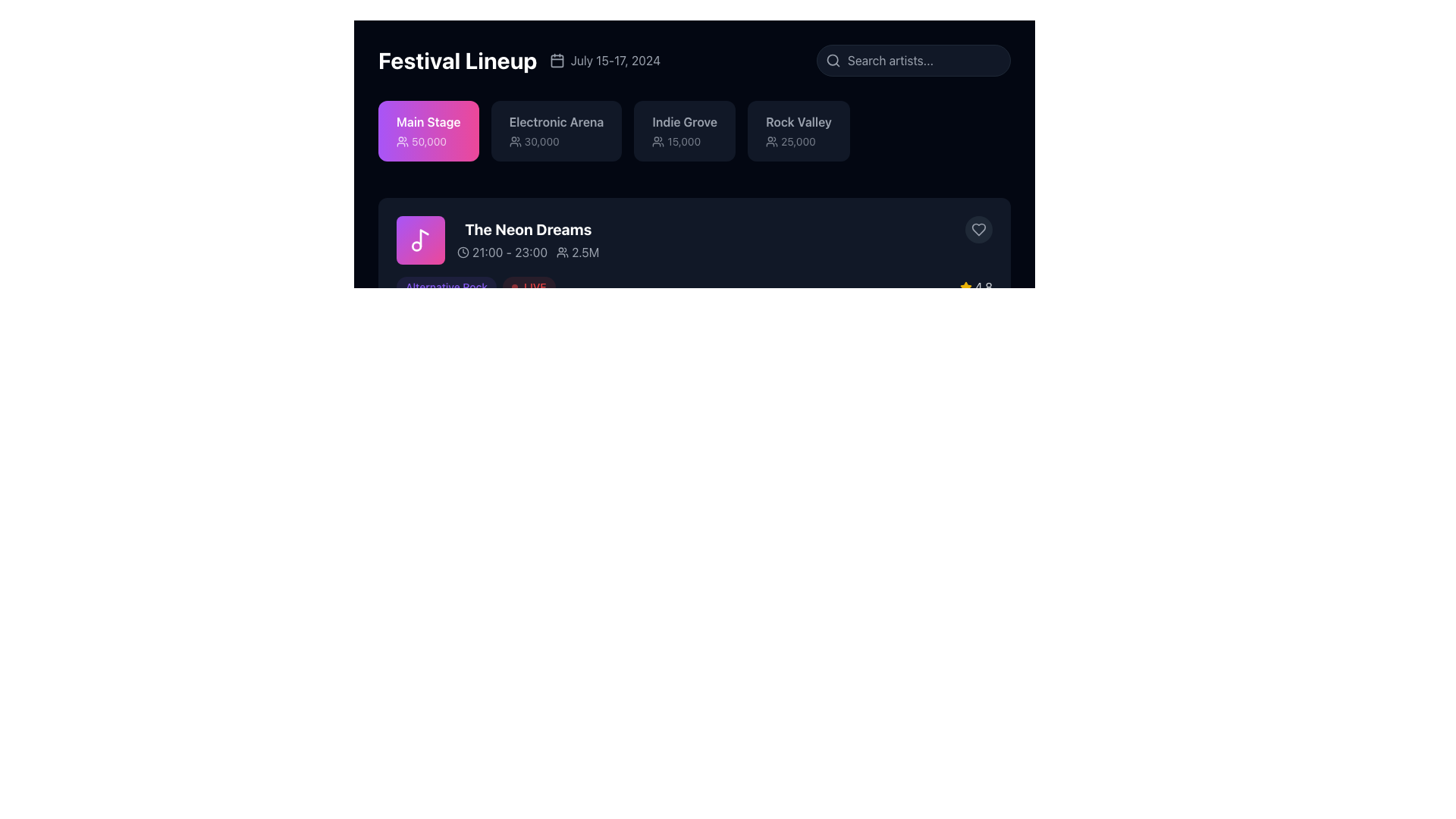 This screenshot has width=1456, height=819. Describe the element at coordinates (421, 239) in the screenshot. I see `the SVG icon that serves as a visual marker for the event titled 'The Neon Dreams', located inside a purple rounded rectangle to the left of the text content` at that location.